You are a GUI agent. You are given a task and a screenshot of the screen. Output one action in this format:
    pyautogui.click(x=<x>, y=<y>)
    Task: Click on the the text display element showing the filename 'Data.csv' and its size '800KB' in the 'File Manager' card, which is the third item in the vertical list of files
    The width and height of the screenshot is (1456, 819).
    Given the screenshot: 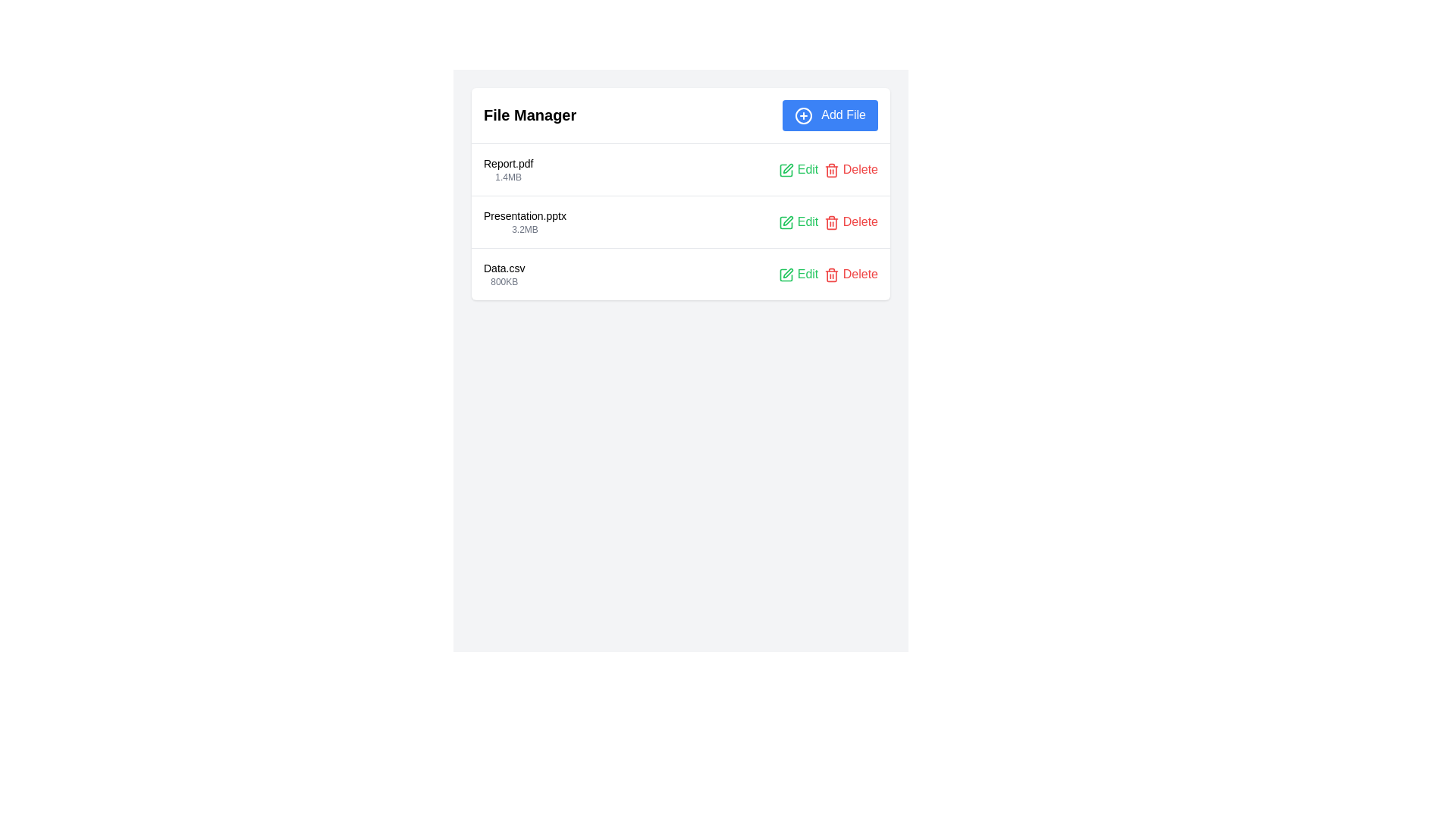 What is the action you would take?
    pyautogui.click(x=504, y=274)
    